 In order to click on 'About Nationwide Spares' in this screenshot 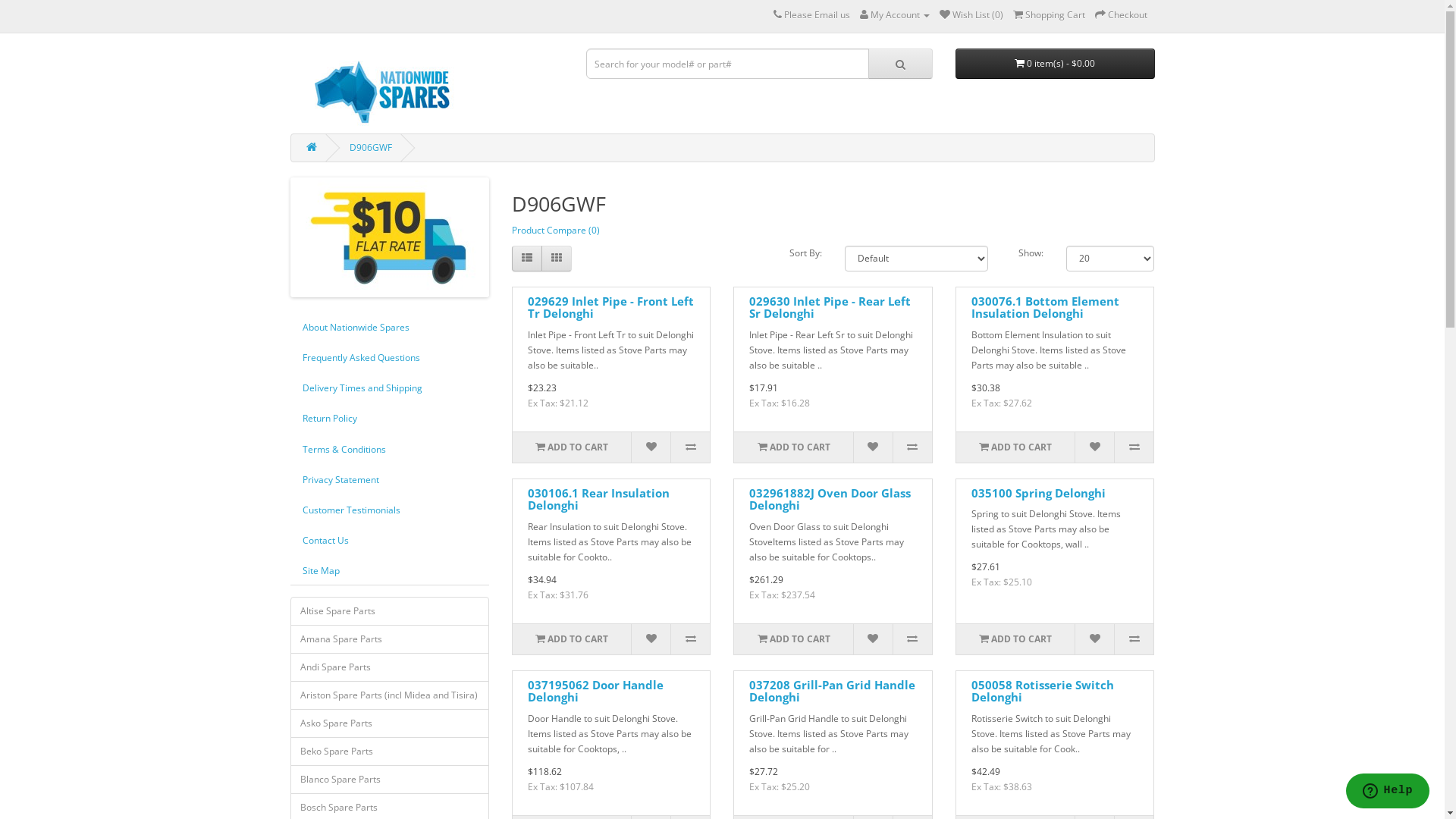, I will do `click(290, 326)`.